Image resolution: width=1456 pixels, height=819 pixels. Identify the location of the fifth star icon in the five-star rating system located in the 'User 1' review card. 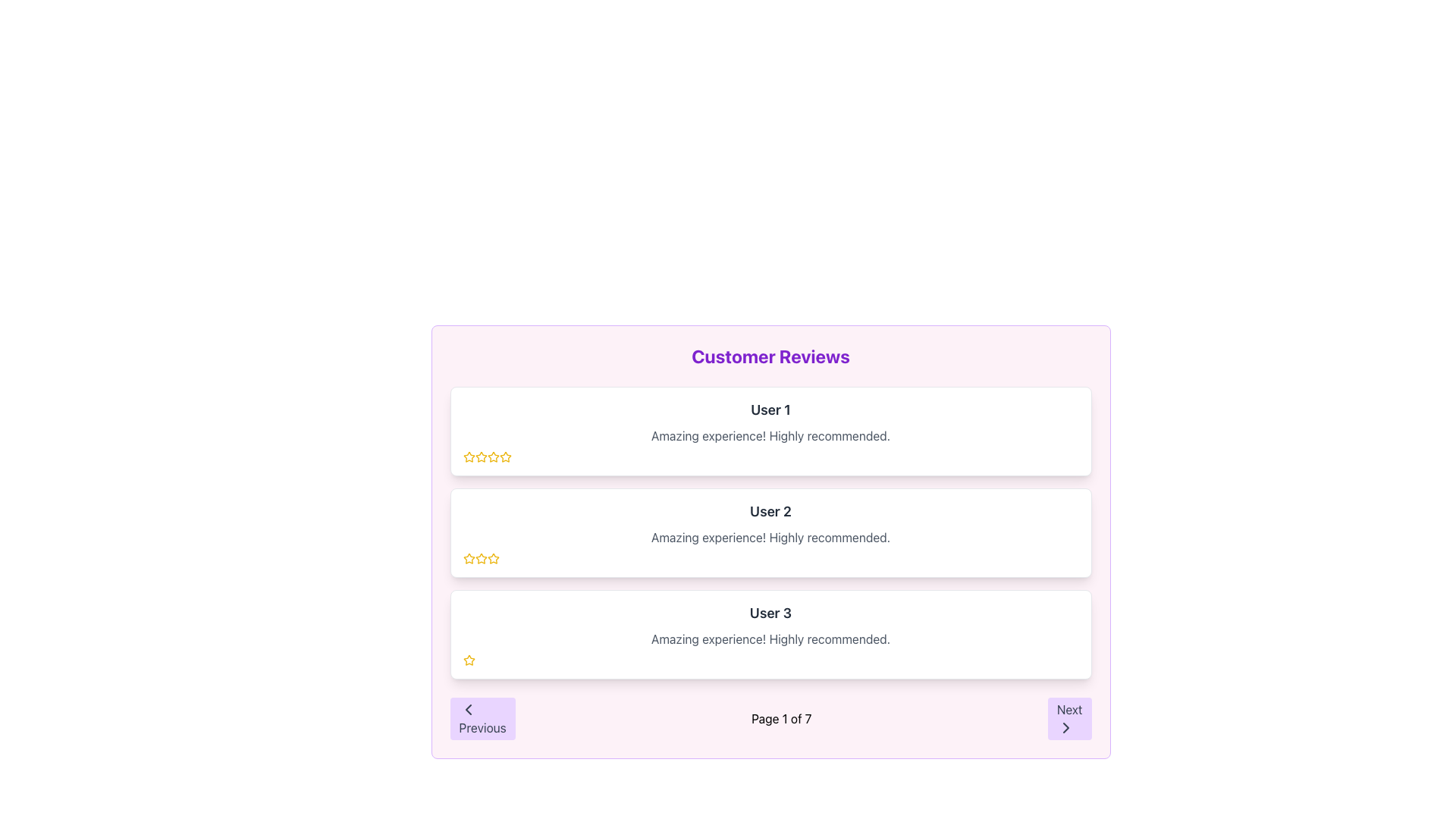
(505, 456).